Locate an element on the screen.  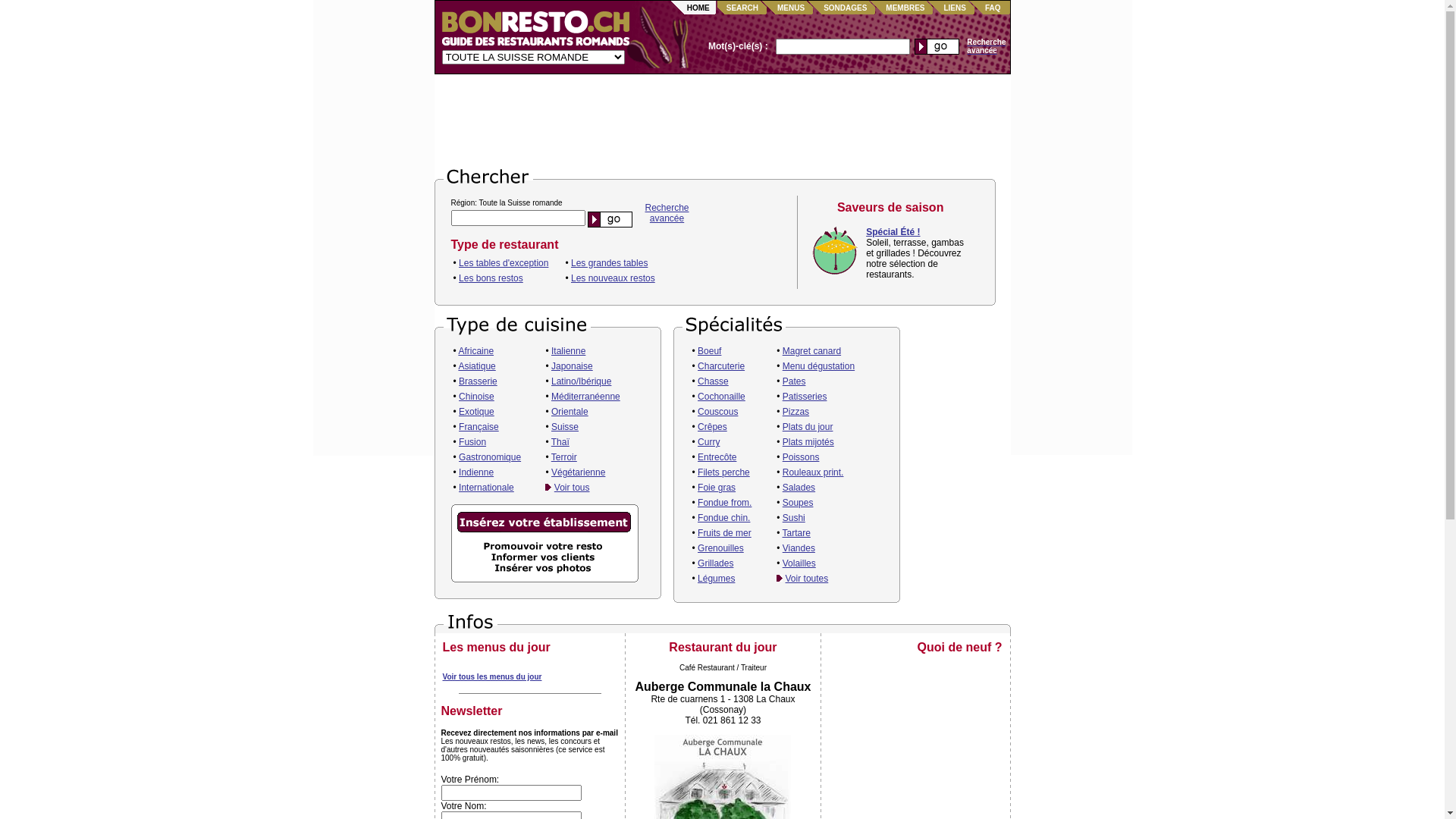
'MENUS' is located at coordinates (777, 7).